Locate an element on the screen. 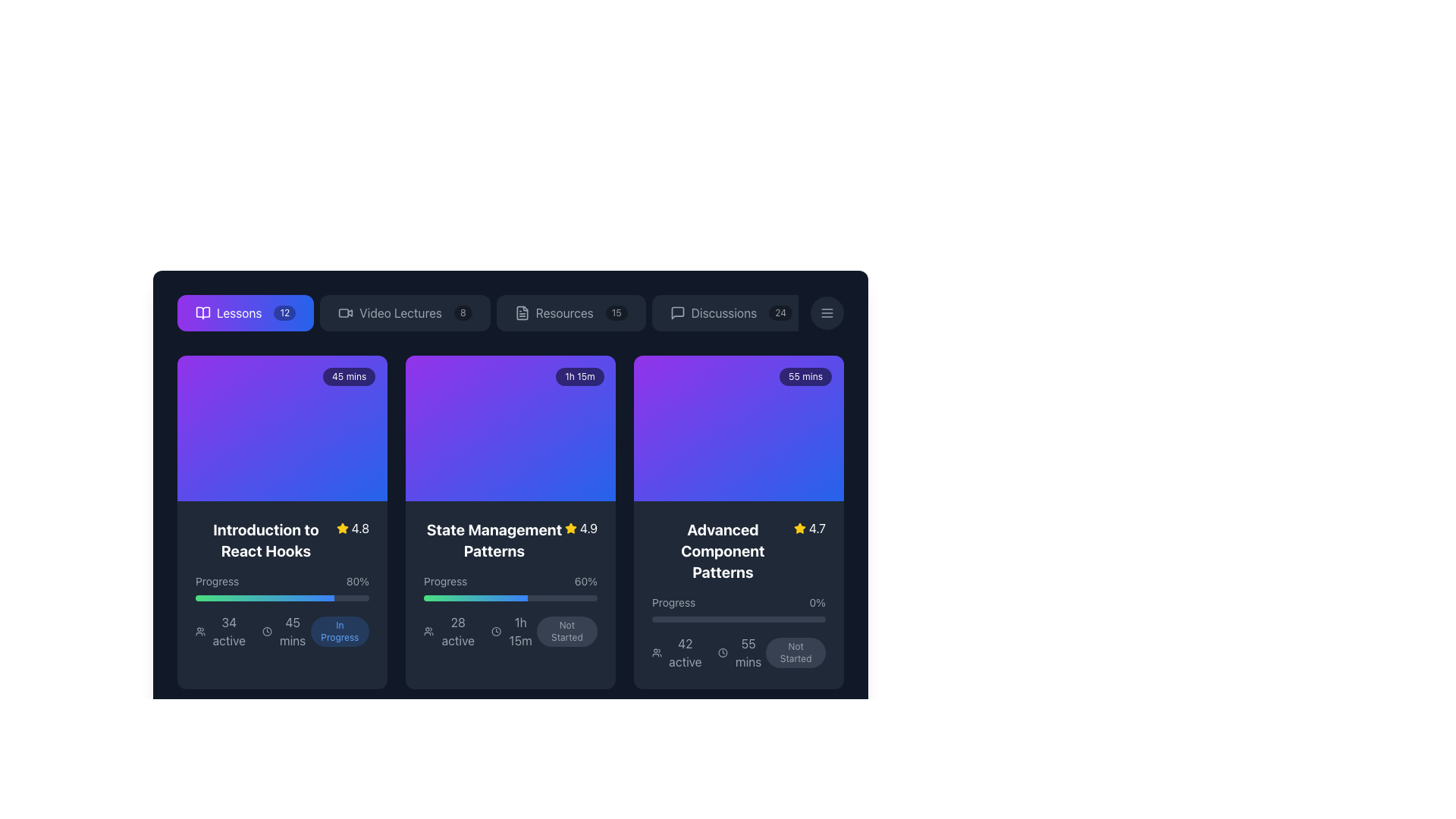  progress is located at coordinates (215, 598).